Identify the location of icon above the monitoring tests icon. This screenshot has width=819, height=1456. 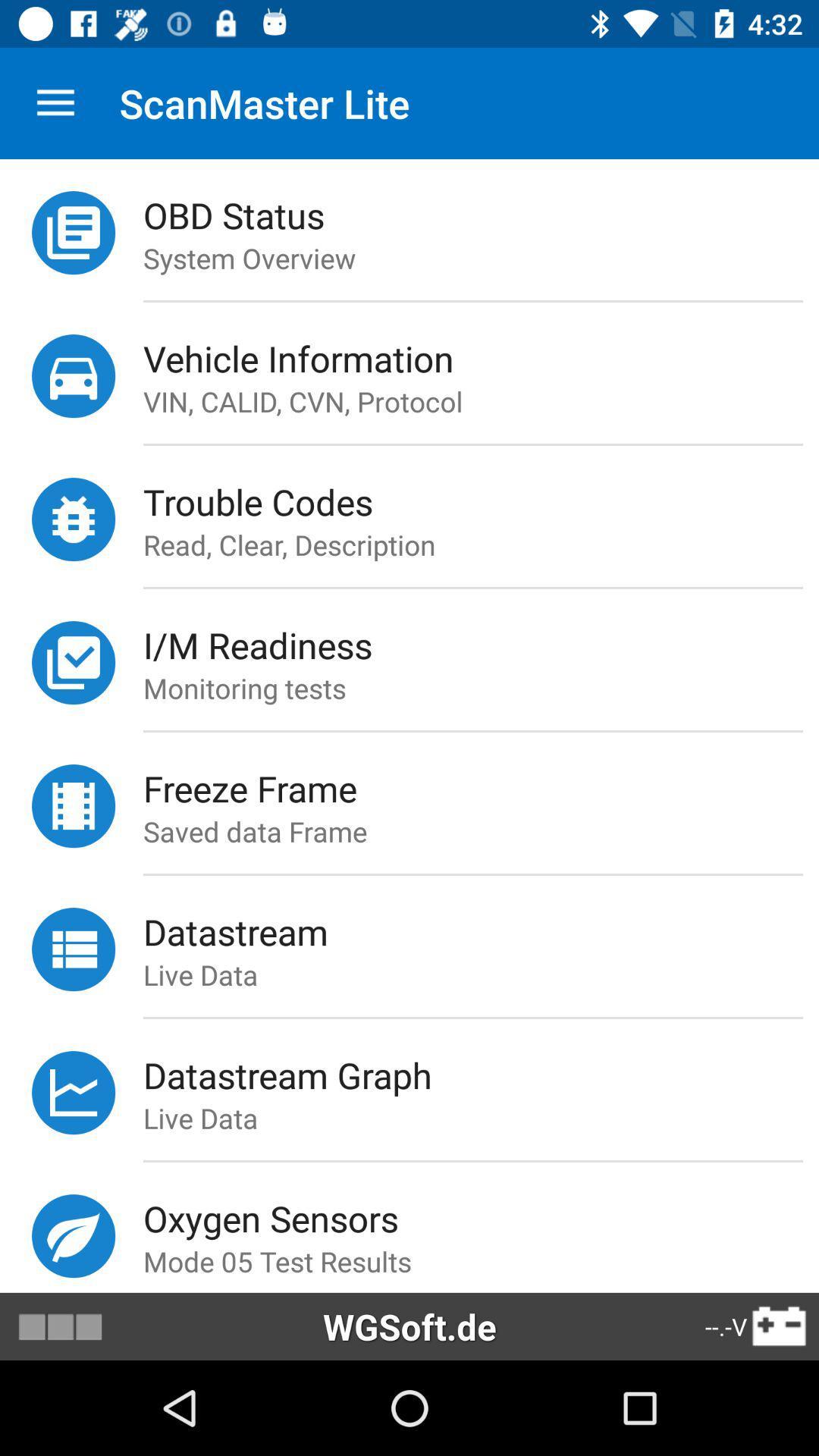
(481, 645).